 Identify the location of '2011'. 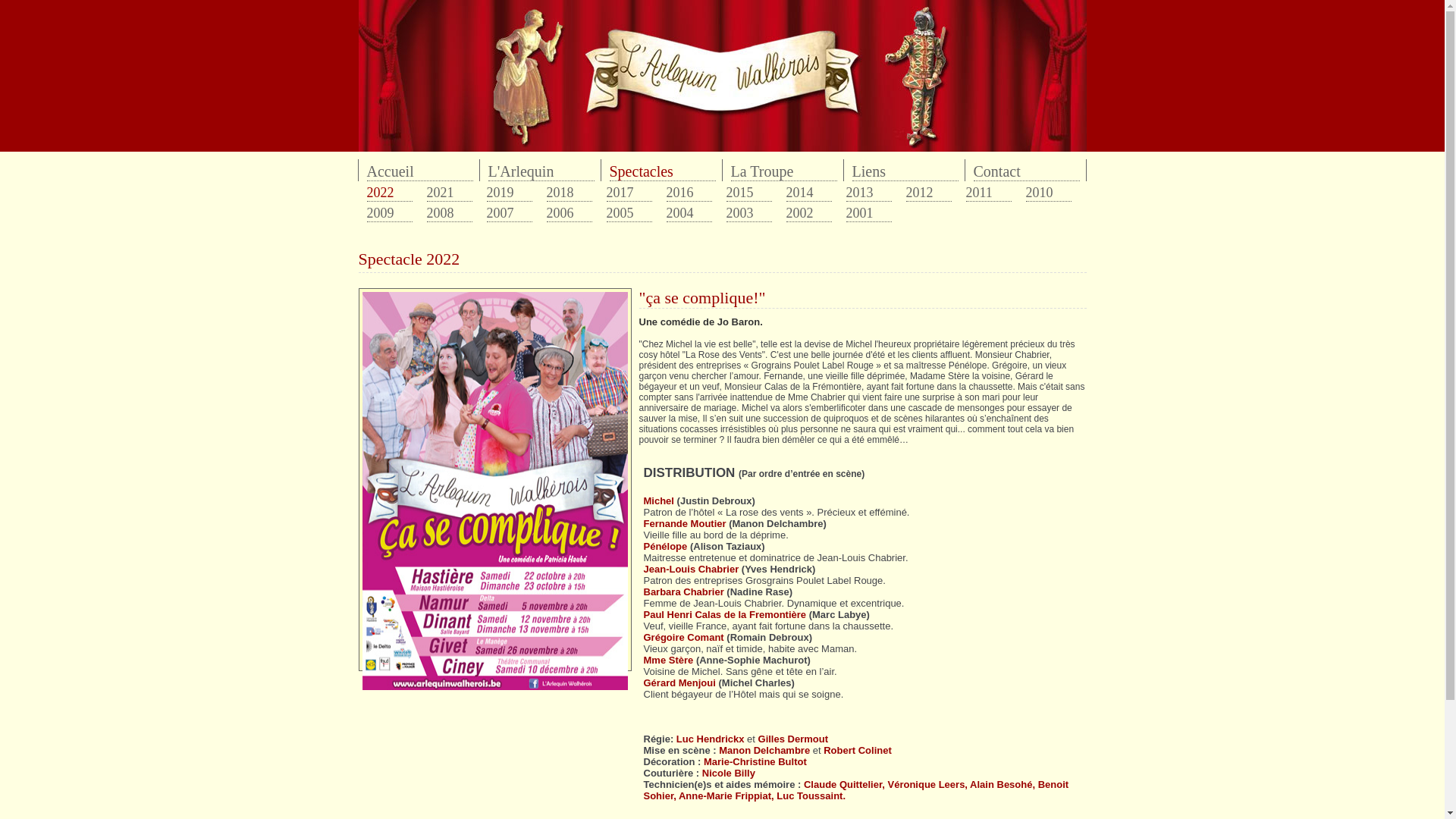
(989, 192).